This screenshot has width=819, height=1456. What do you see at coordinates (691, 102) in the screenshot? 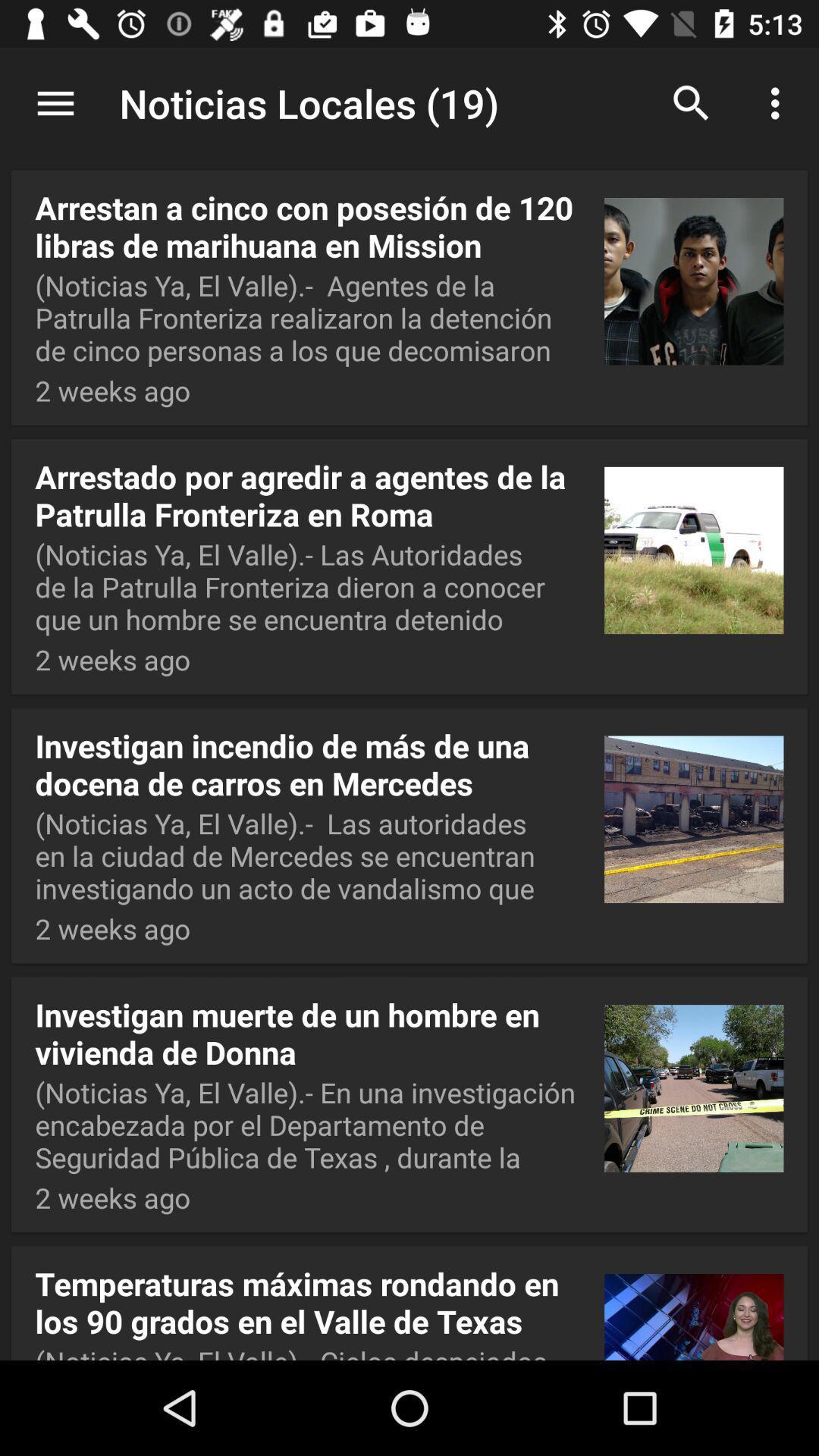
I see `item to the right of the noticias locales (19) icon` at bounding box center [691, 102].